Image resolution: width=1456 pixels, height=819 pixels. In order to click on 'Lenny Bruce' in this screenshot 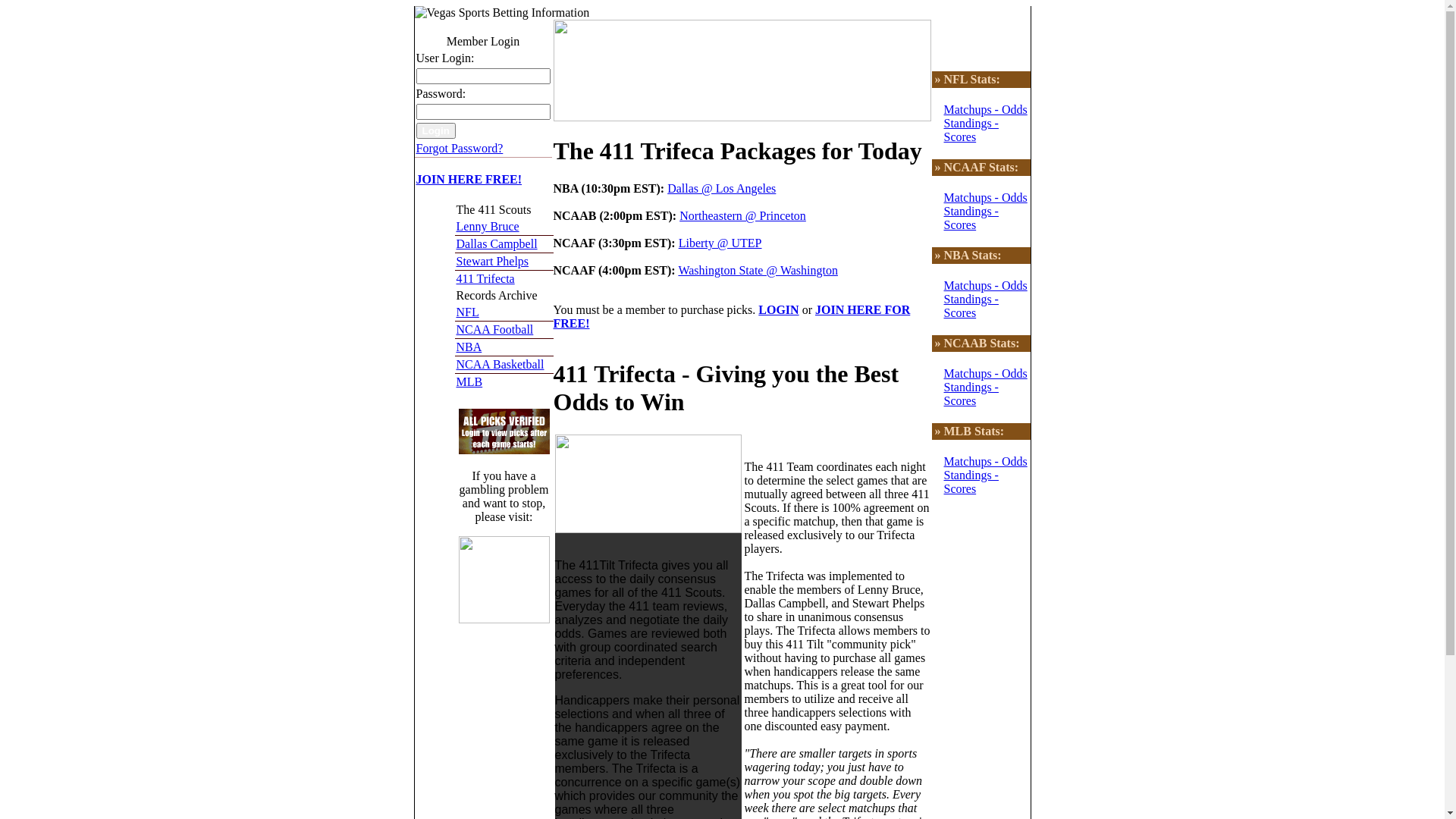, I will do `click(488, 226)`.